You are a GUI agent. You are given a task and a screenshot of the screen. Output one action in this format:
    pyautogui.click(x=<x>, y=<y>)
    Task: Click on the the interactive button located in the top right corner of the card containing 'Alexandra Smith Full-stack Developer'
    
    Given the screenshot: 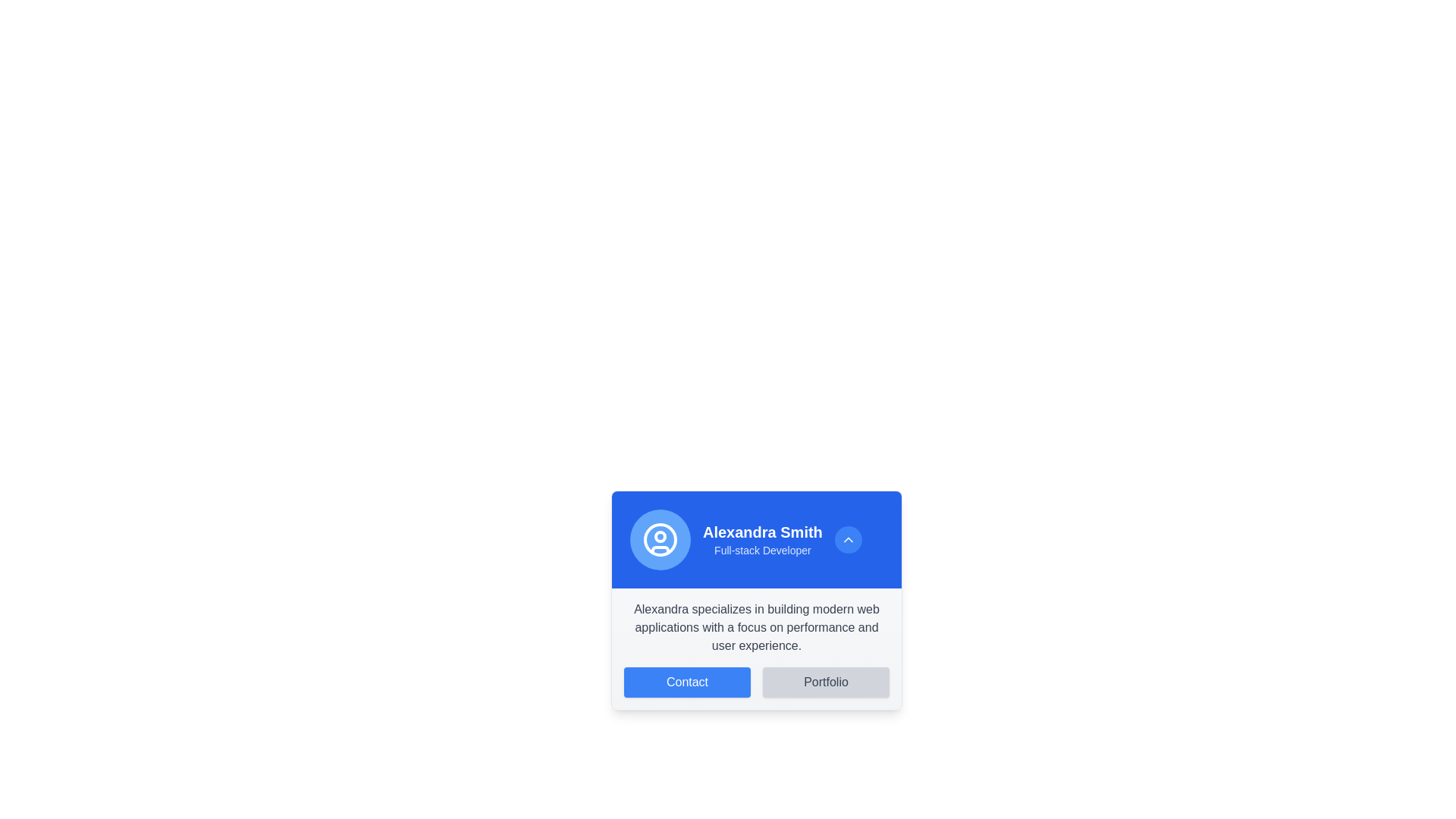 What is the action you would take?
    pyautogui.click(x=847, y=539)
    